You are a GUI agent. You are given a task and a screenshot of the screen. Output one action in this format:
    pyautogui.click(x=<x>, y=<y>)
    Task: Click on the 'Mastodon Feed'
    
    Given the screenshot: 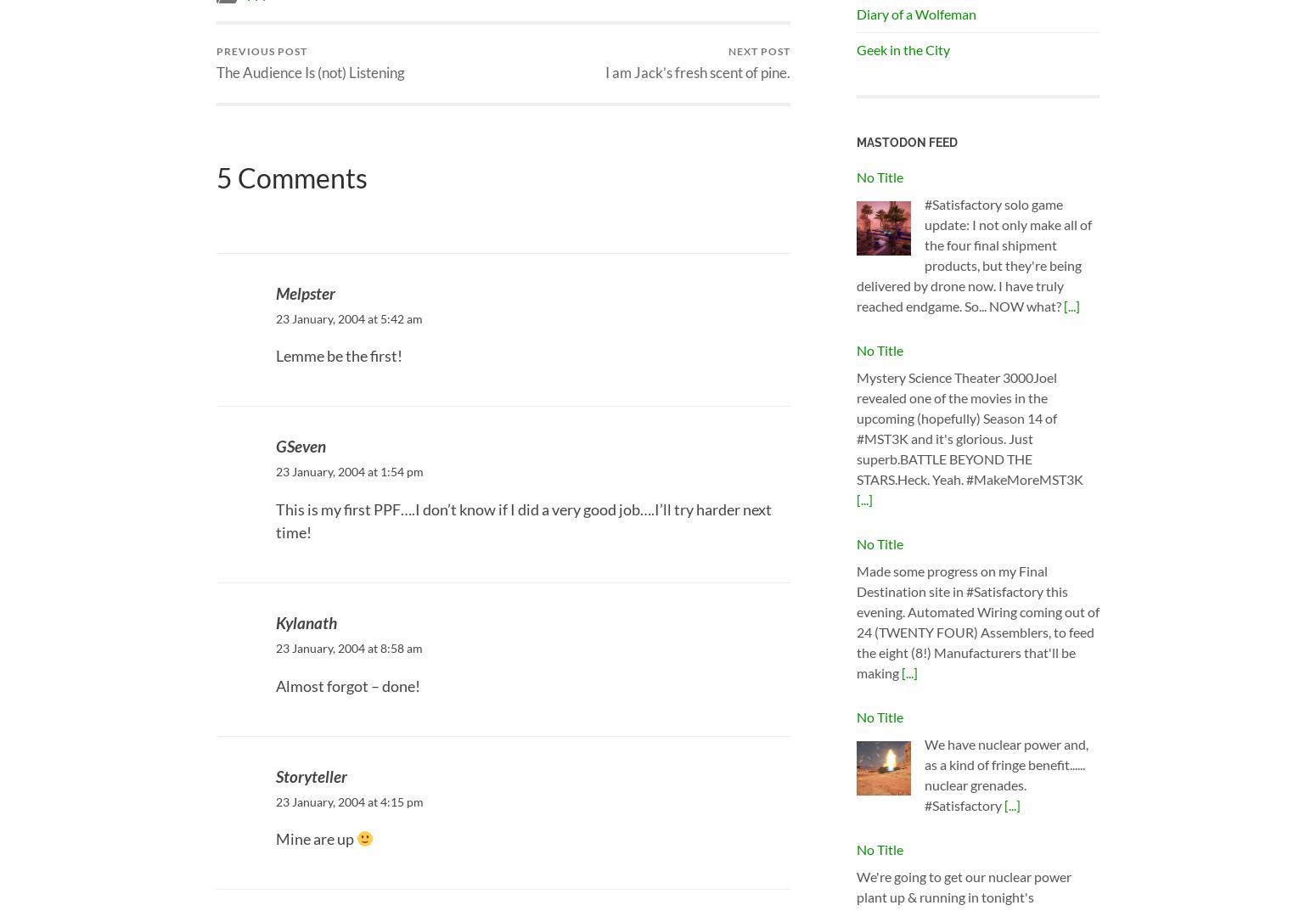 What is the action you would take?
    pyautogui.click(x=907, y=141)
    